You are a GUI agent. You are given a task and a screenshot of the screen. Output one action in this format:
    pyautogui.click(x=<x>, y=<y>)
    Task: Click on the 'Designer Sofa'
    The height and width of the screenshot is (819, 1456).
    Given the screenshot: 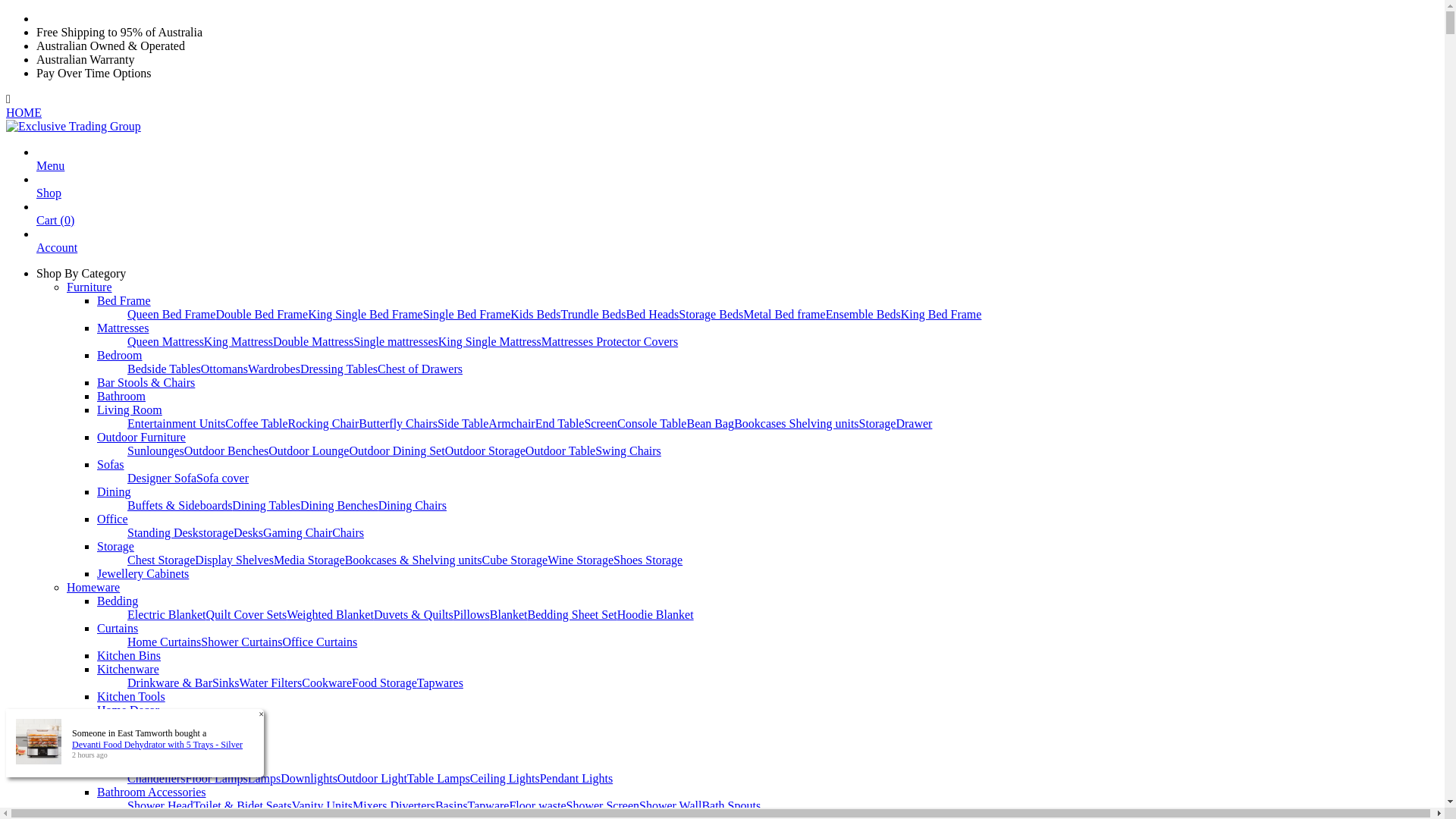 What is the action you would take?
    pyautogui.click(x=127, y=478)
    